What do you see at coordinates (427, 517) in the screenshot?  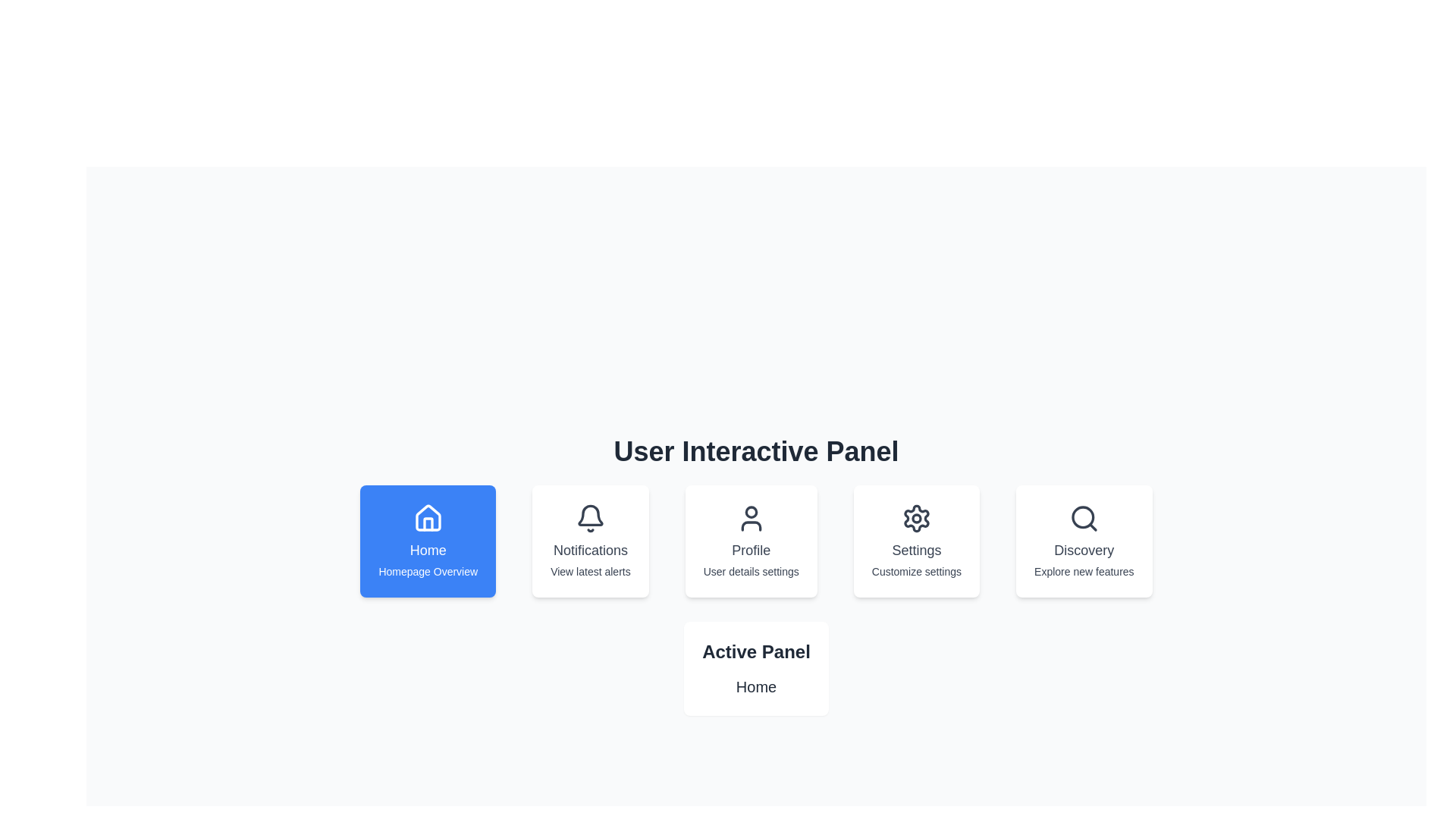 I see `the 'Home' icon located at the top-center of the card labeled 'Home' with the subtitle 'Homepage Overview.'` at bounding box center [427, 517].